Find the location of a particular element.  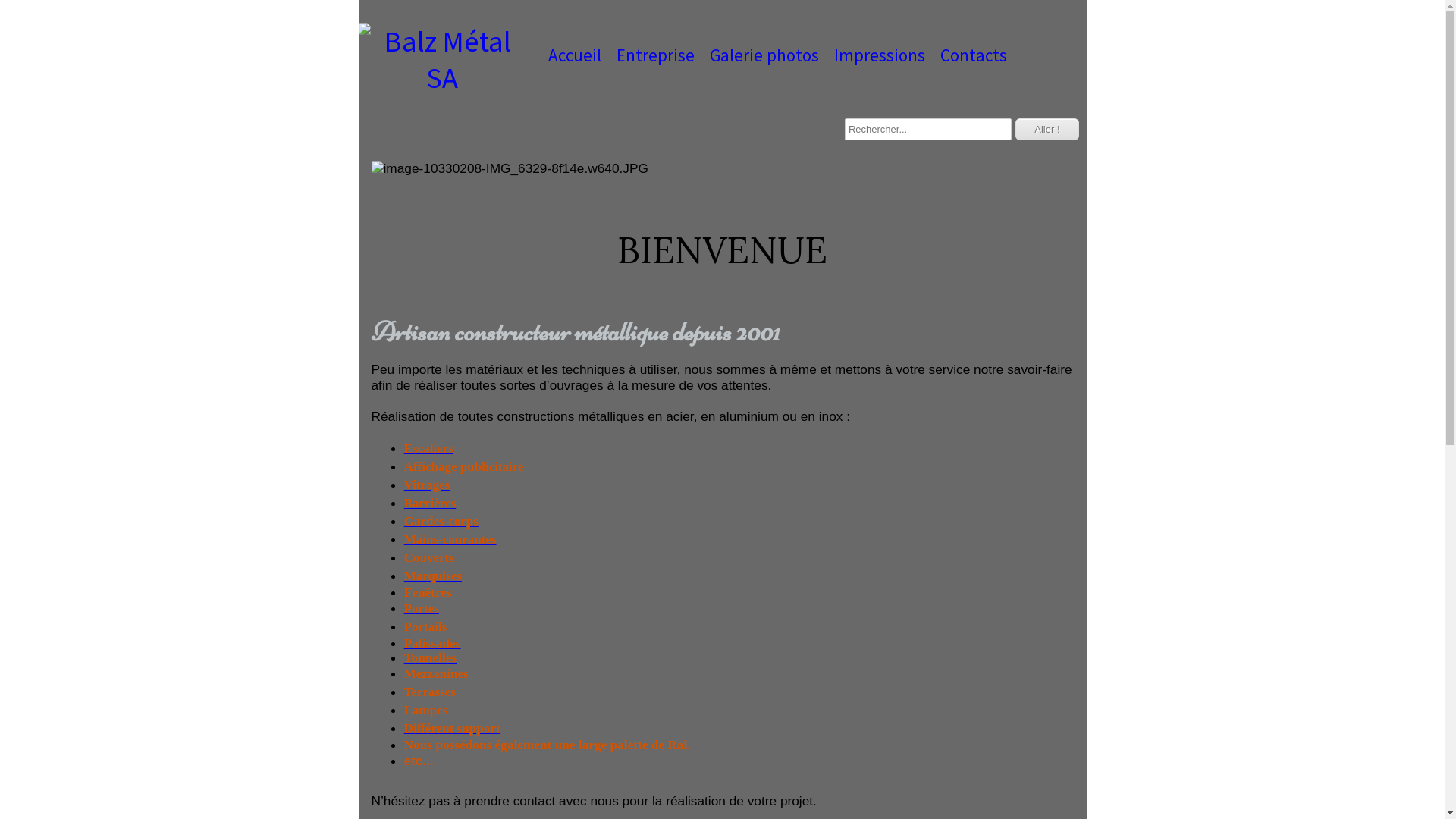

'Portails' is located at coordinates (425, 626).